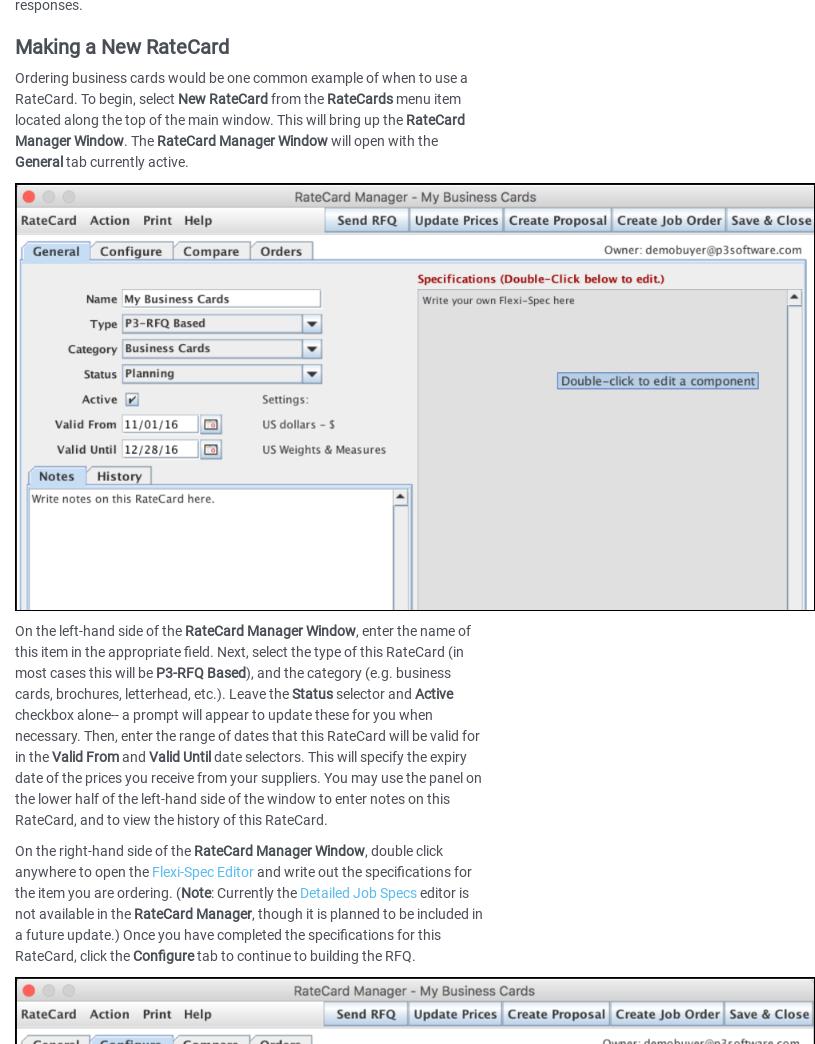 This screenshot has height=1044, width=815. I want to click on 'On the left-hand side of the', so click(99, 629).